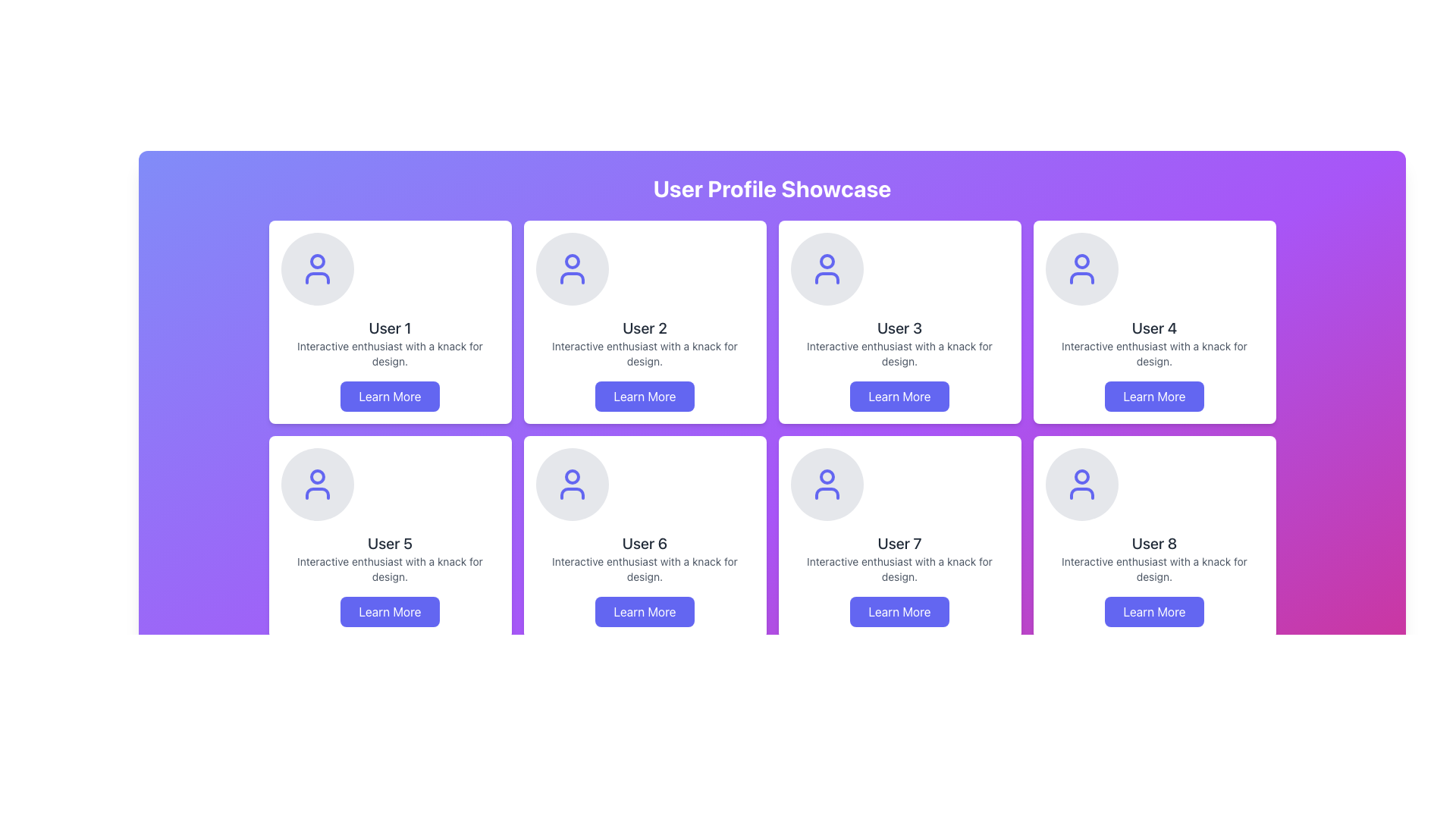 This screenshot has width=1456, height=819. I want to click on the SVG circle that represents the head of the user icon within the card labeled 'User 5' in the second row of the grid, so click(316, 475).